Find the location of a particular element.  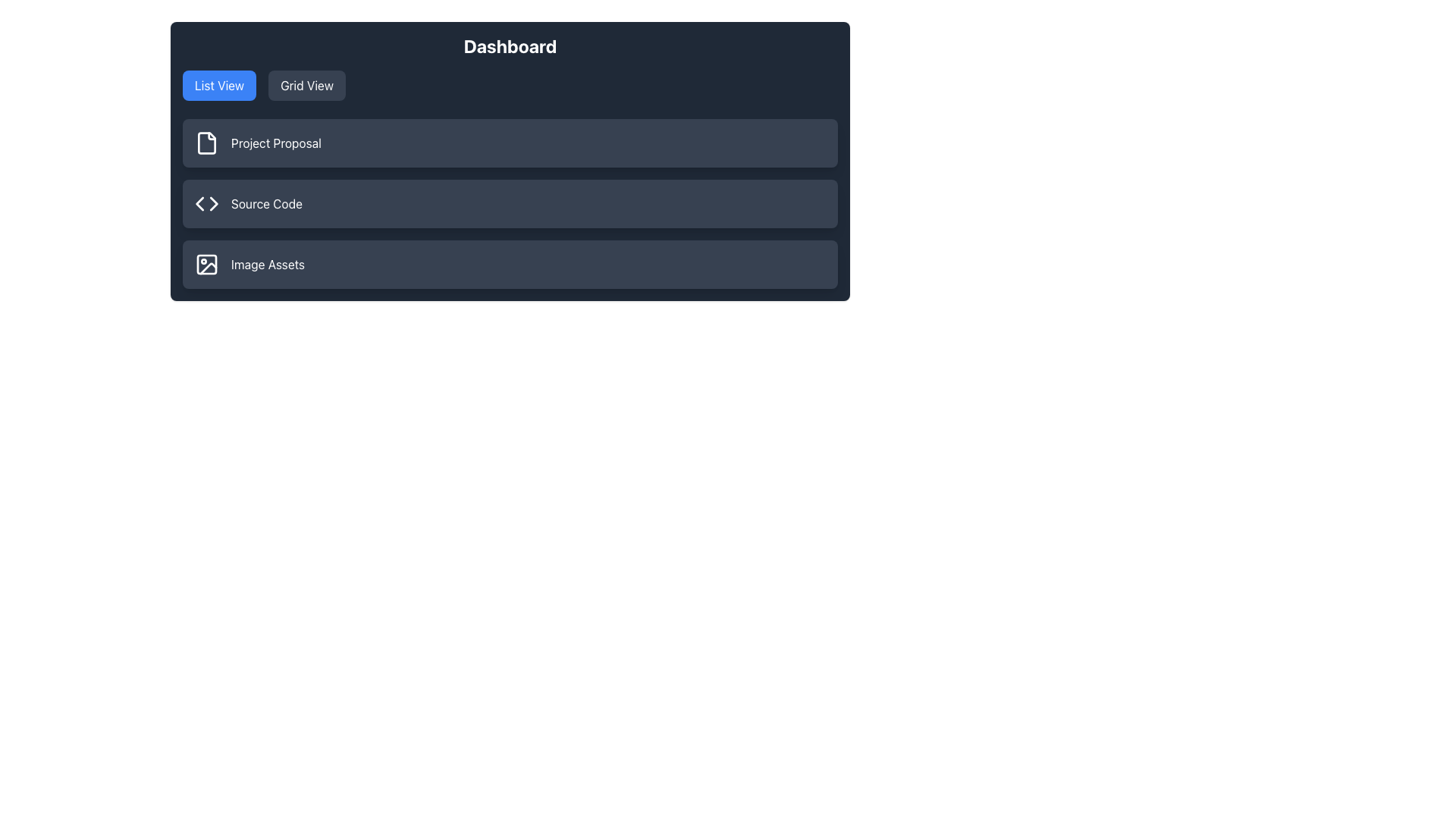

the small triangular marker pointing to the right, part of the 'Source Code' item icon is located at coordinates (213, 203).